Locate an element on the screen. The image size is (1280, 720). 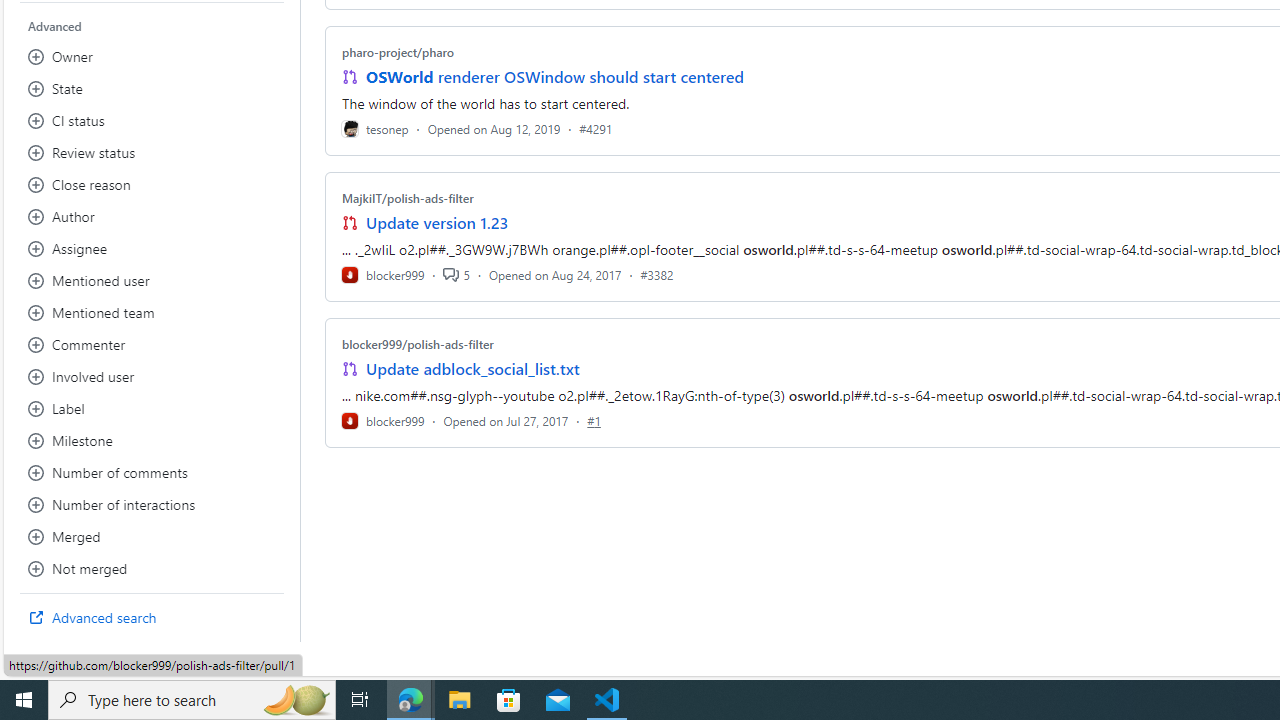
'Update adblock_social_list.txt' is located at coordinates (471, 368).